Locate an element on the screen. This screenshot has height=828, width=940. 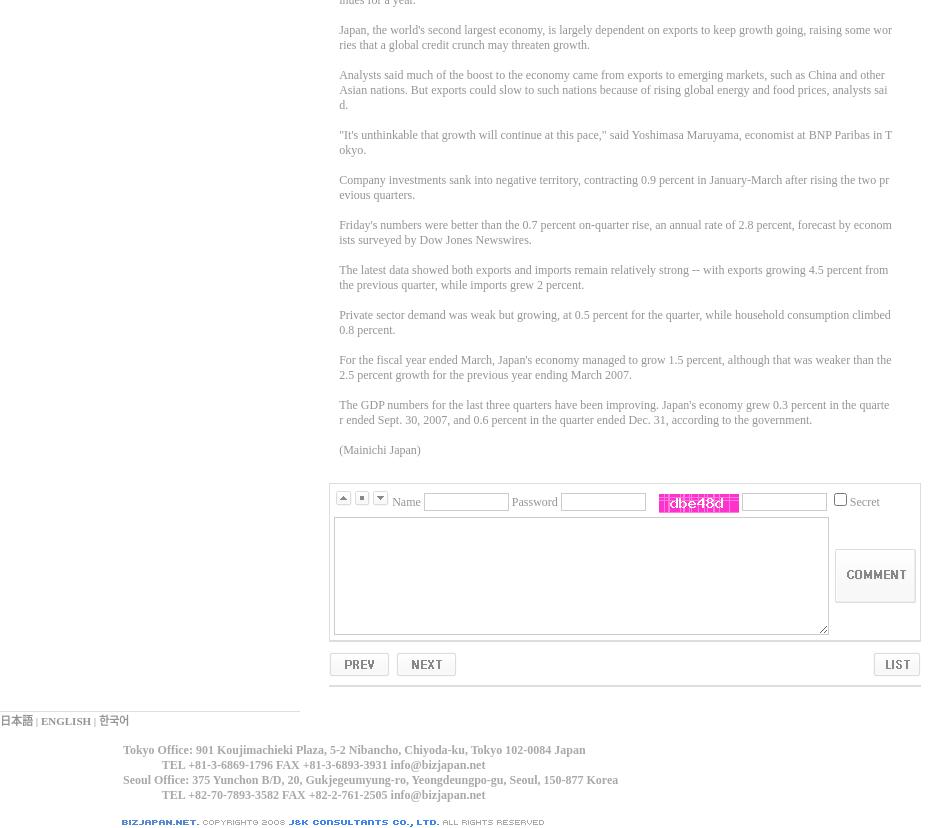
'Private sector demand was weak but growing, at 0.5 percent for the quarter, while household consumption climbed 0.8 percent.' is located at coordinates (338, 321).